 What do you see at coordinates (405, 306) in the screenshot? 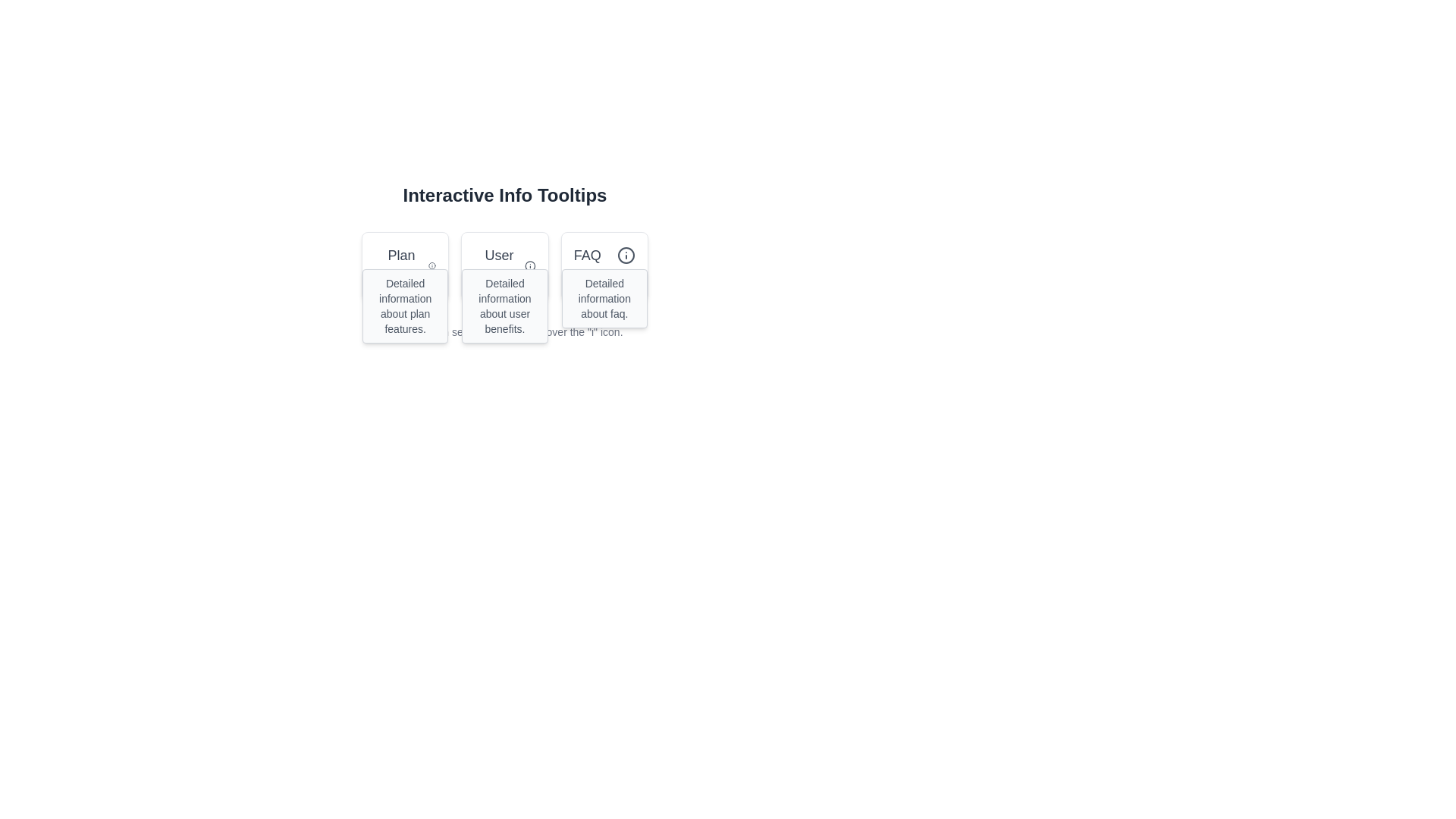
I see `informational text from the tooltip located below the 'Plan' title, centered within the tooltip box` at bounding box center [405, 306].